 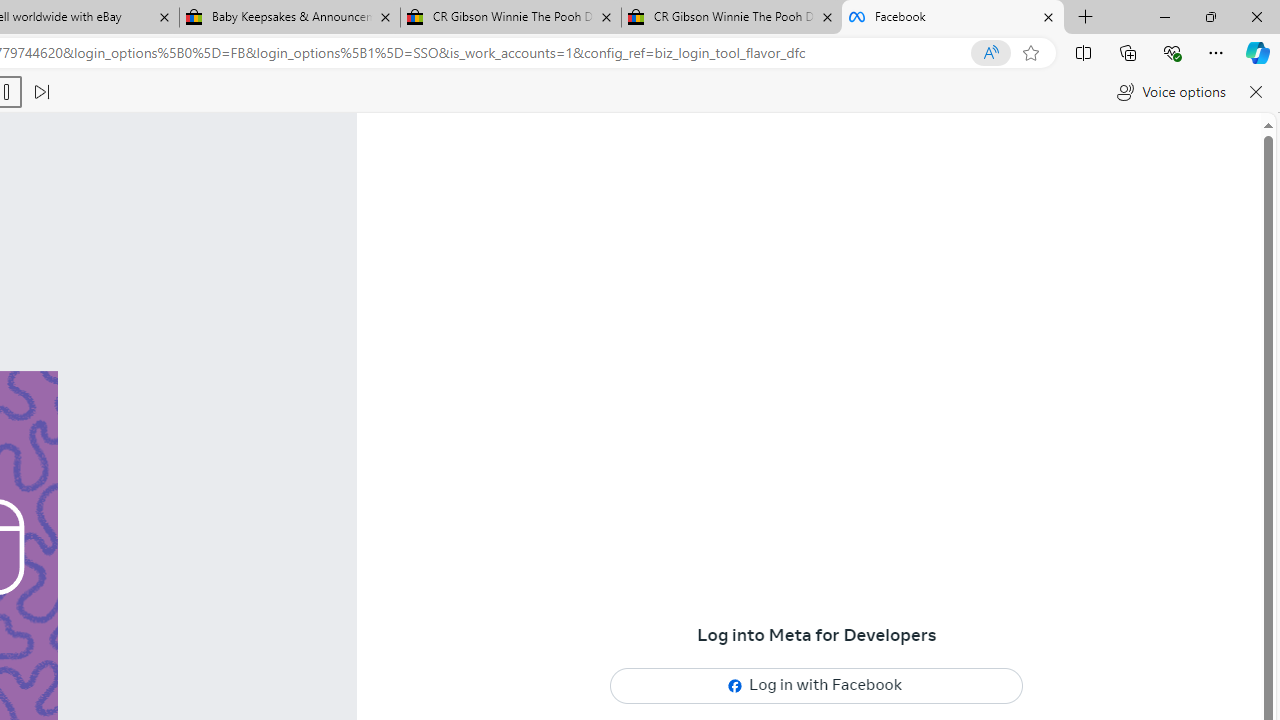 What do you see at coordinates (1171, 92) in the screenshot?
I see `'Voice options'` at bounding box center [1171, 92].